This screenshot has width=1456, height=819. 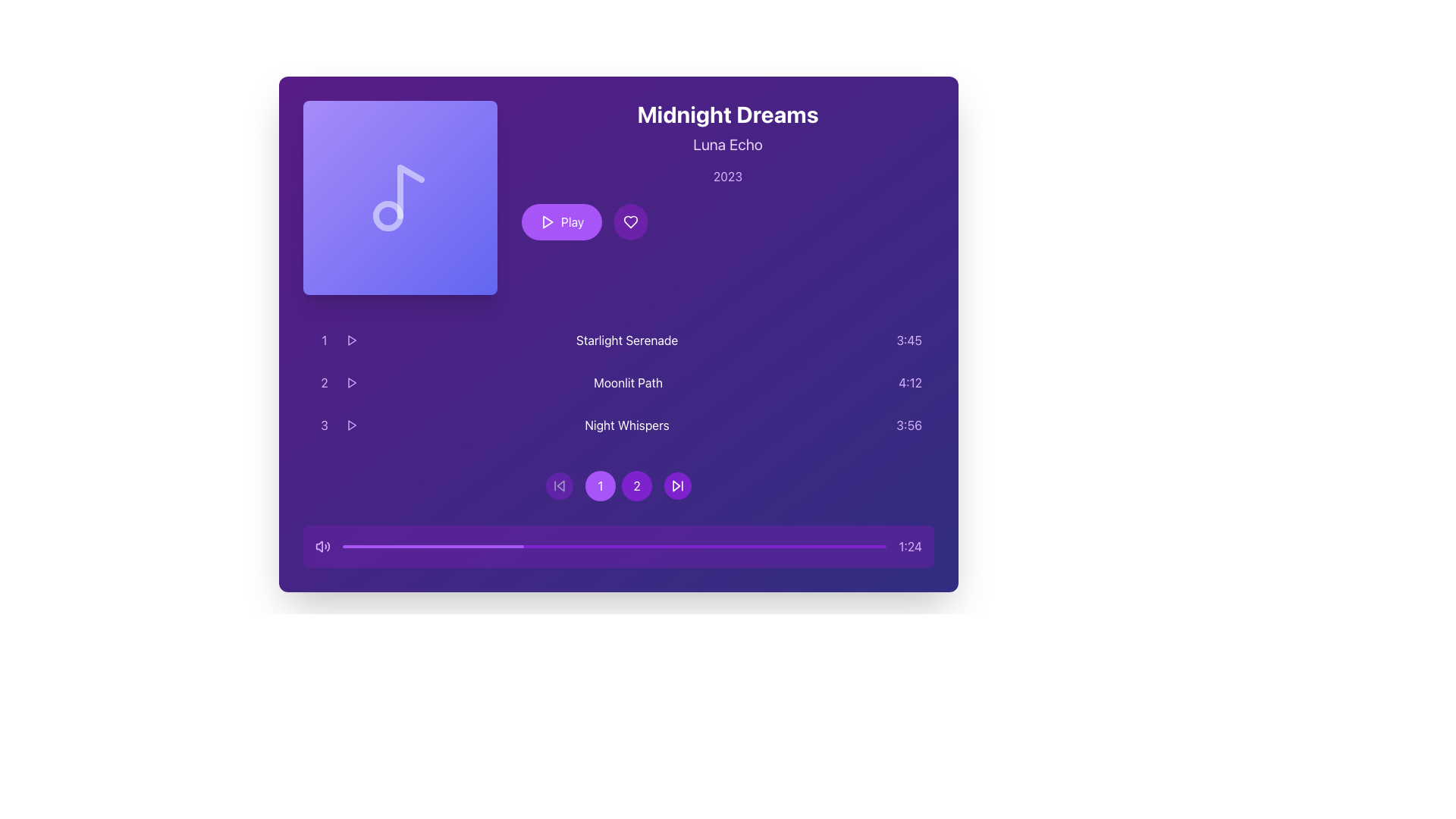 What do you see at coordinates (407, 547) in the screenshot?
I see `playback position` at bounding box center [407, 547].